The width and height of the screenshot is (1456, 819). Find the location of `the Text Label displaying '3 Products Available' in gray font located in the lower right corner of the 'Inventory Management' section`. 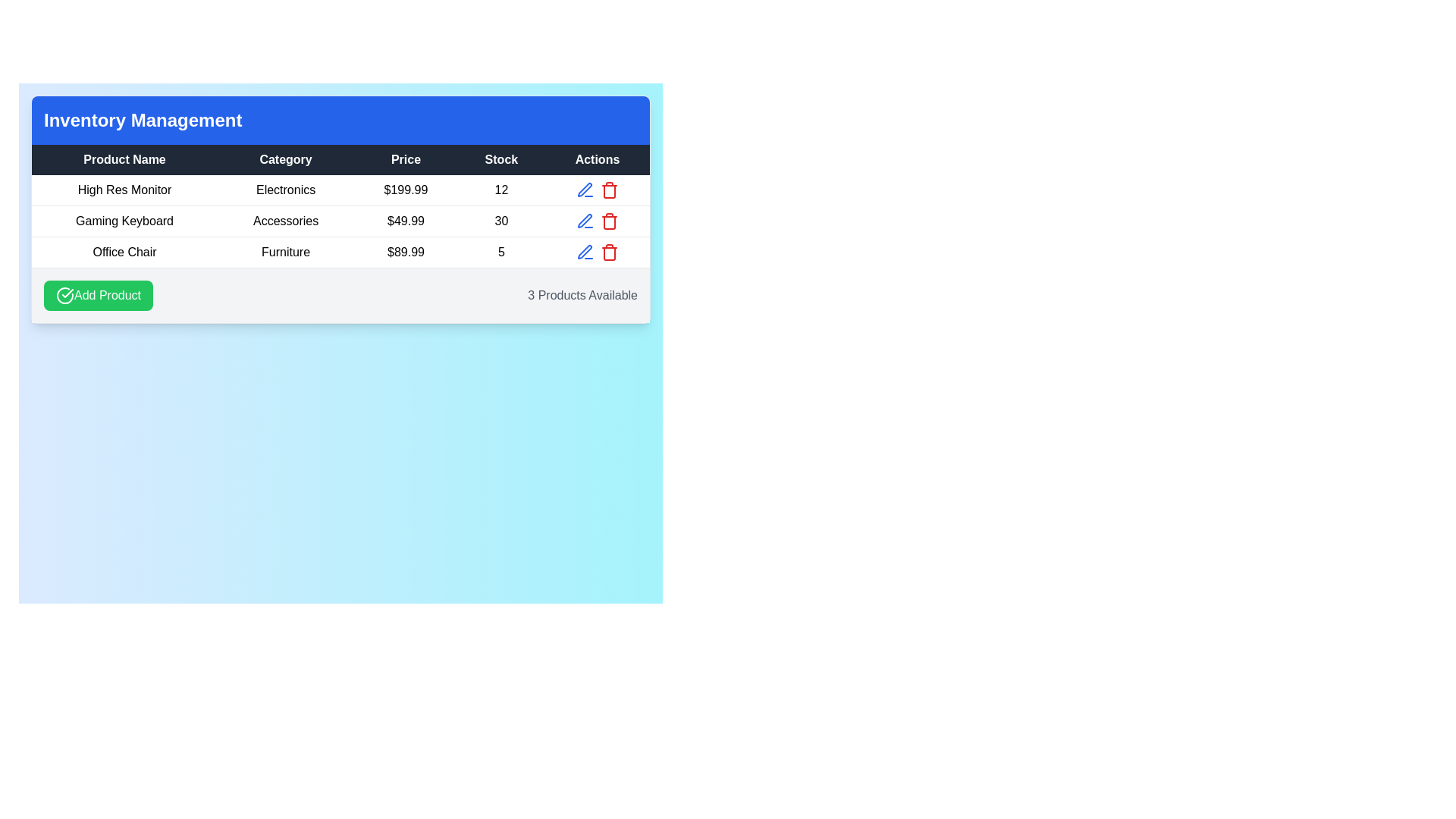

the Text Label displaying '3 Products Available' in gray font located in the lower right corner of the 'Inventory Management' section is located at coordinates (582, 295).